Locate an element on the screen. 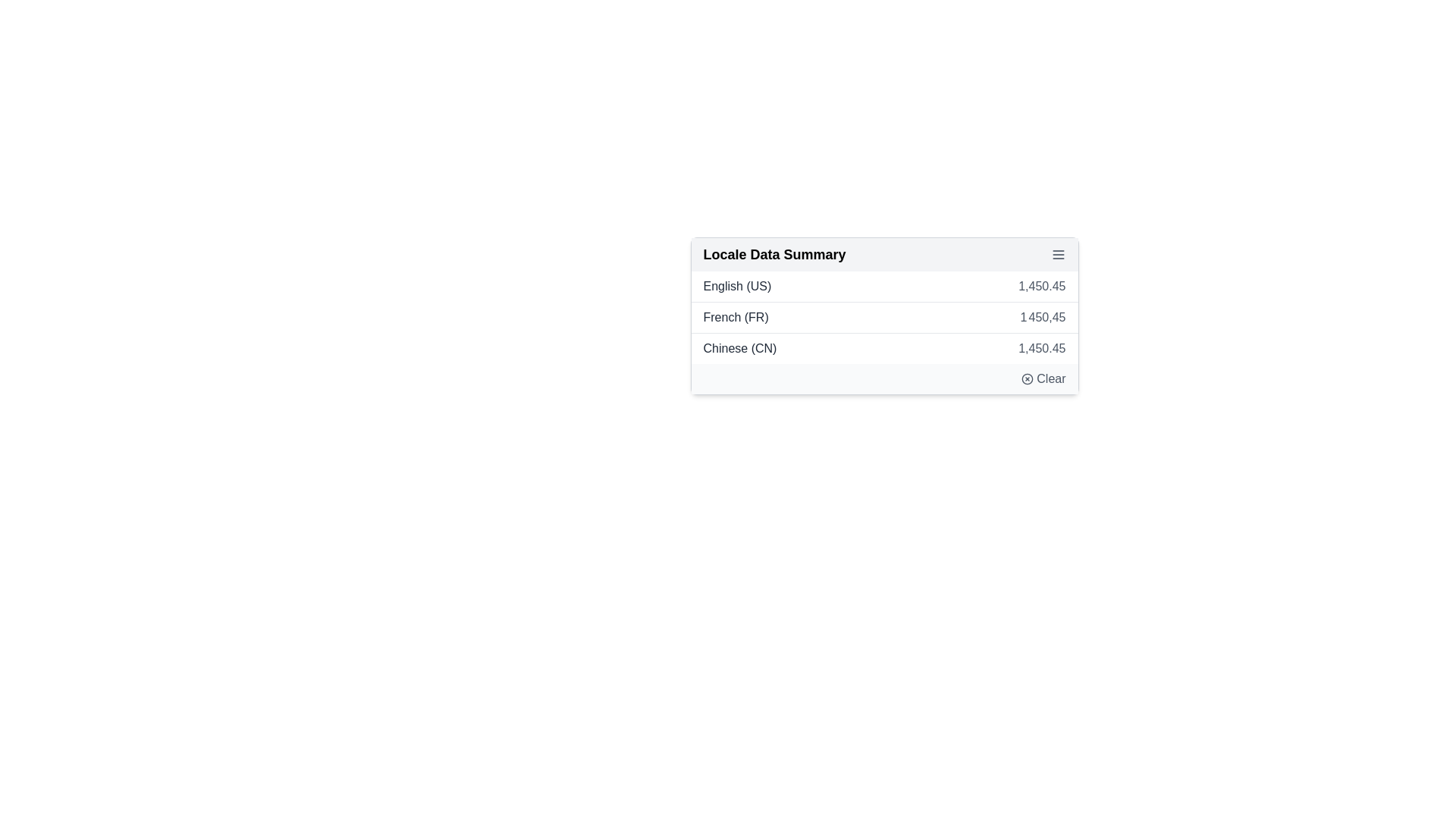 This screenshot has width=1456, height=819. the clear data button located at the bottom-right of the 'Locale Data Summary' box to clear certain data or fields is located at coordinates (884, 378).